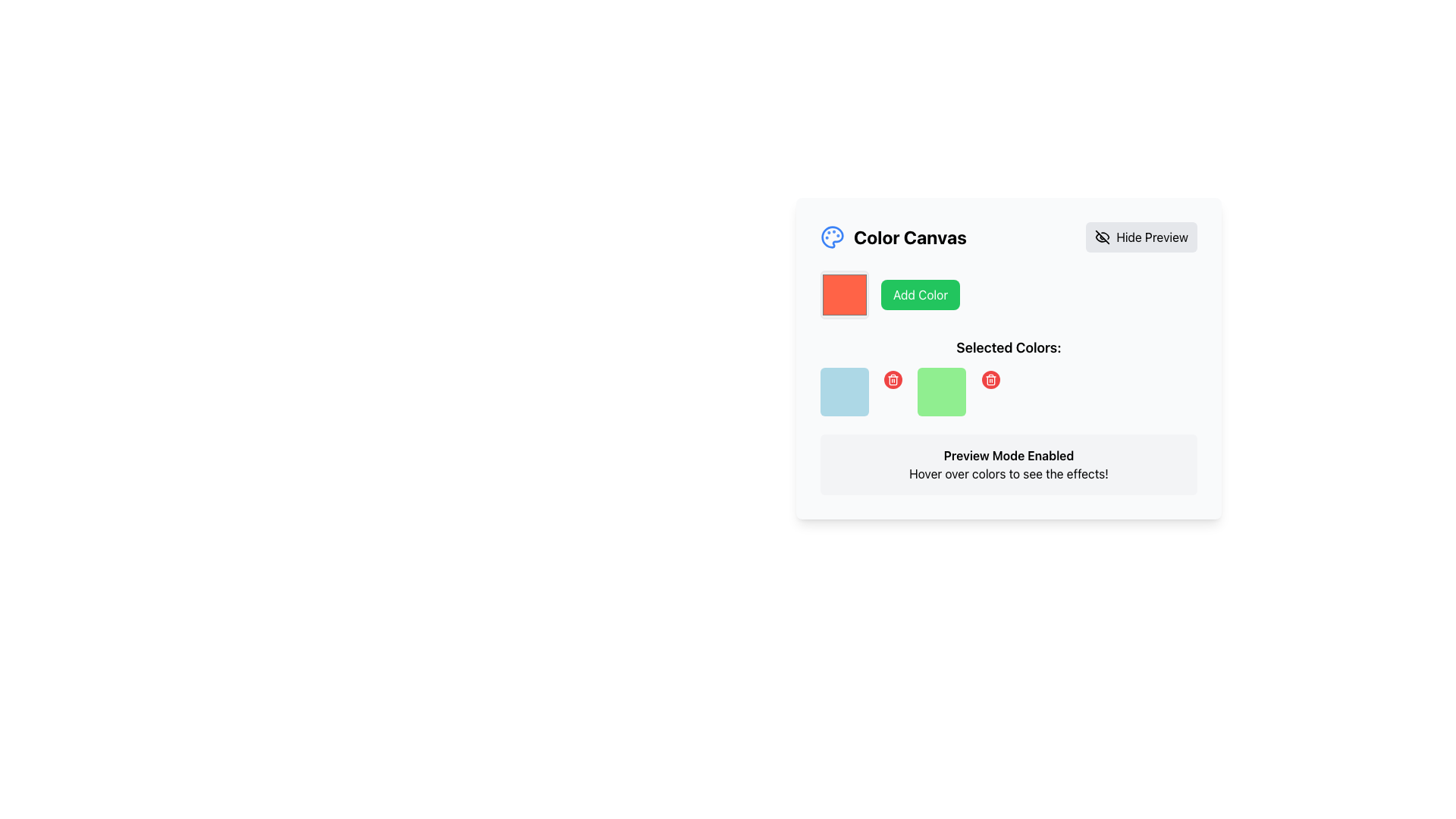 The width and height of the screenshot is (1456, 819). Describe the element at coordinates (1009, 464) in the screenshot. I see `the Informative Text Block indicating that 'Preview Mode' is enabled and providing guidance to hover over colors` at that location.